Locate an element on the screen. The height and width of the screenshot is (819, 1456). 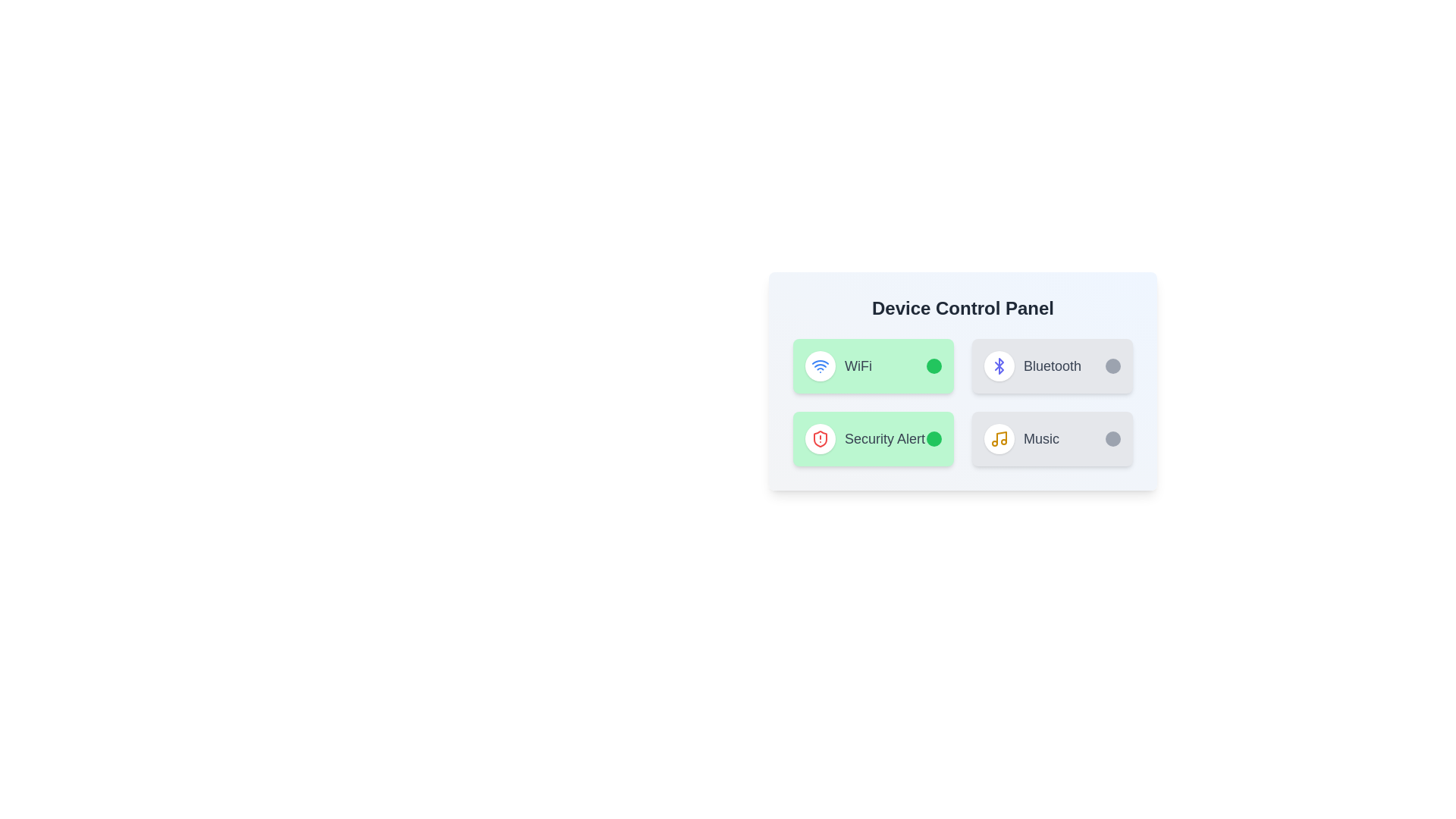
the WiFi card to toggle its state is located at coordinates (874, 366).